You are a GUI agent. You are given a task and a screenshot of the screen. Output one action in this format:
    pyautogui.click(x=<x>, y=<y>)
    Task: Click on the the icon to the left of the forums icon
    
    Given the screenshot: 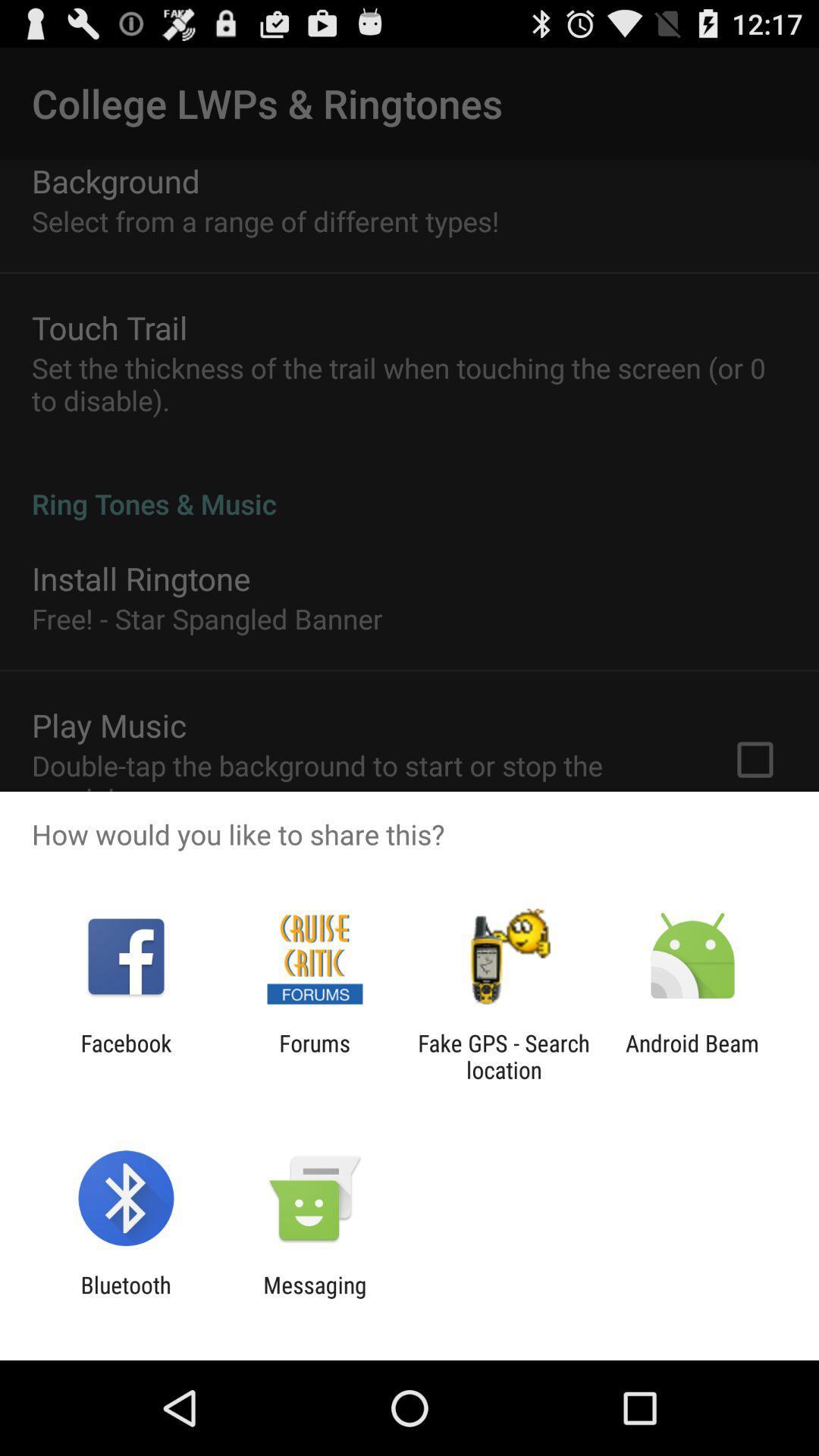 What is the action you would take?
    pyautogui.click(x=125, y=1056)
    